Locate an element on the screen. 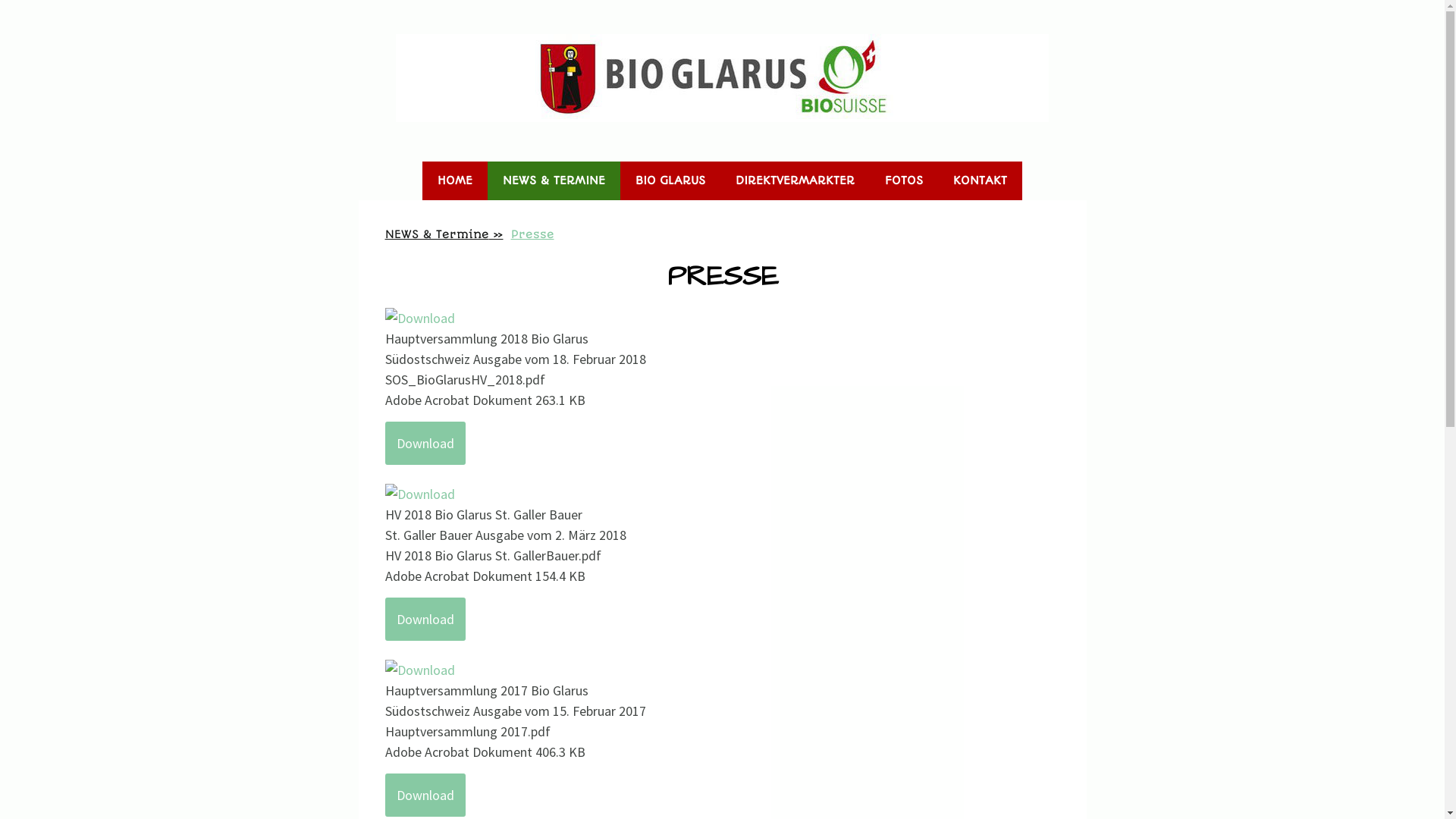 This screenshot has width=1456, height=819. 'BIO GLARUS' is located at coordinates (669, 180).